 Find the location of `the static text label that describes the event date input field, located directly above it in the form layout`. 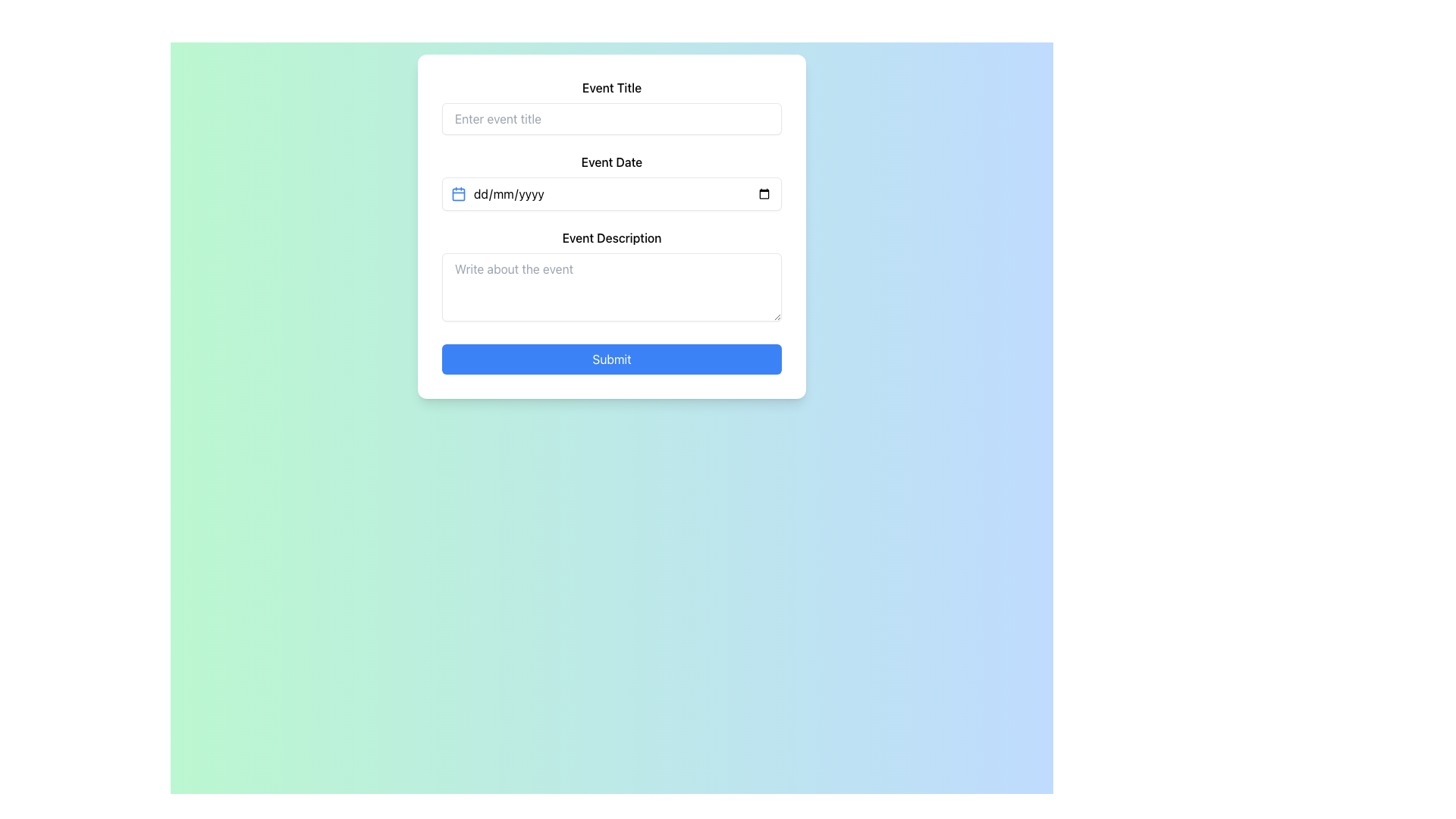

the static text label that describes the event date input field, located directly above it in the form layout is located at coordinates (611, 162).